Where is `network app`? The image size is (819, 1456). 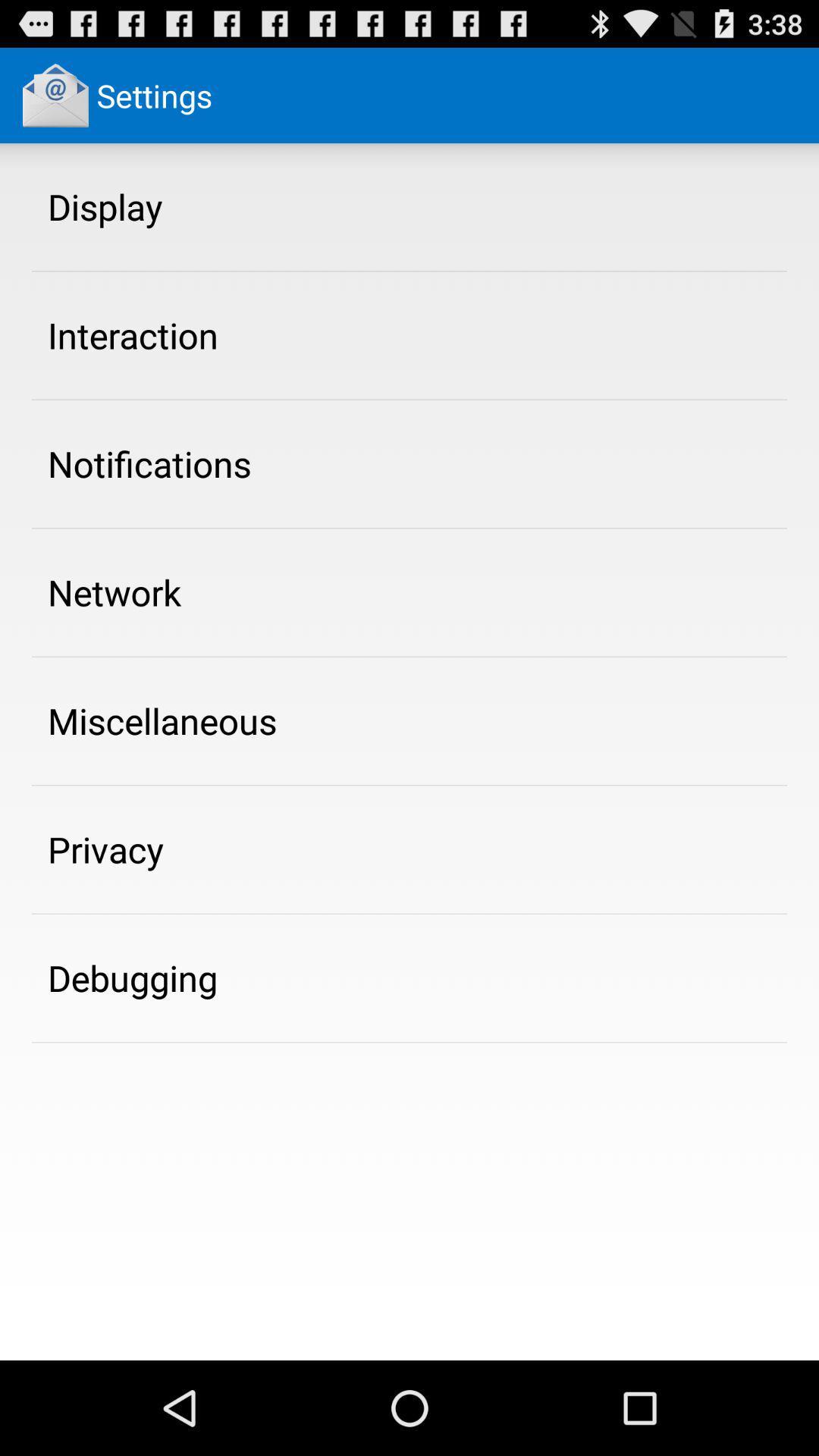
network app is located at coordinates (114, 591).